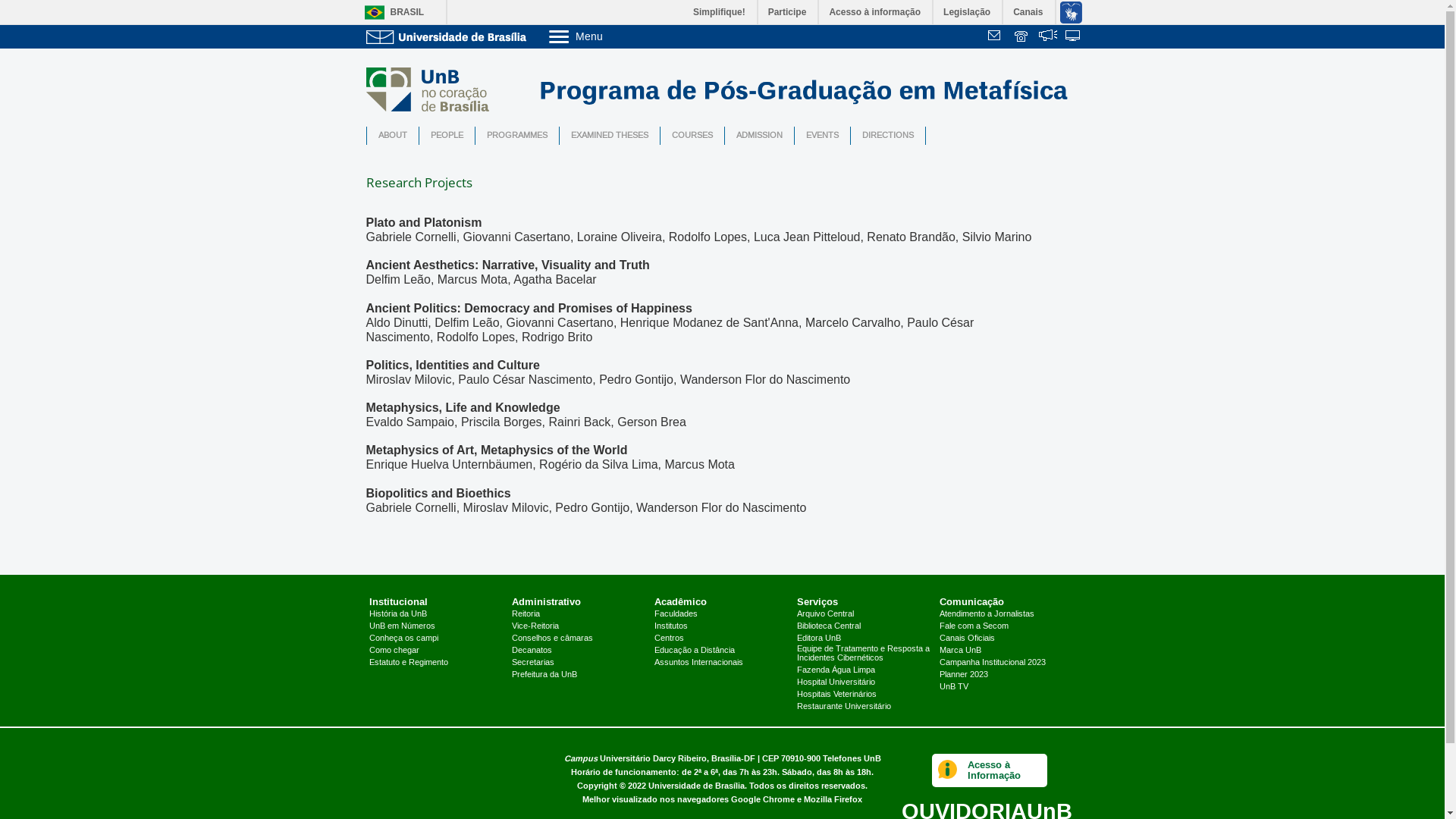 The height and width of the screenshot is (819, 1456). Describe the element at coordinates (670, 626) in the screenshot. I see `'Institutos'` at that location.